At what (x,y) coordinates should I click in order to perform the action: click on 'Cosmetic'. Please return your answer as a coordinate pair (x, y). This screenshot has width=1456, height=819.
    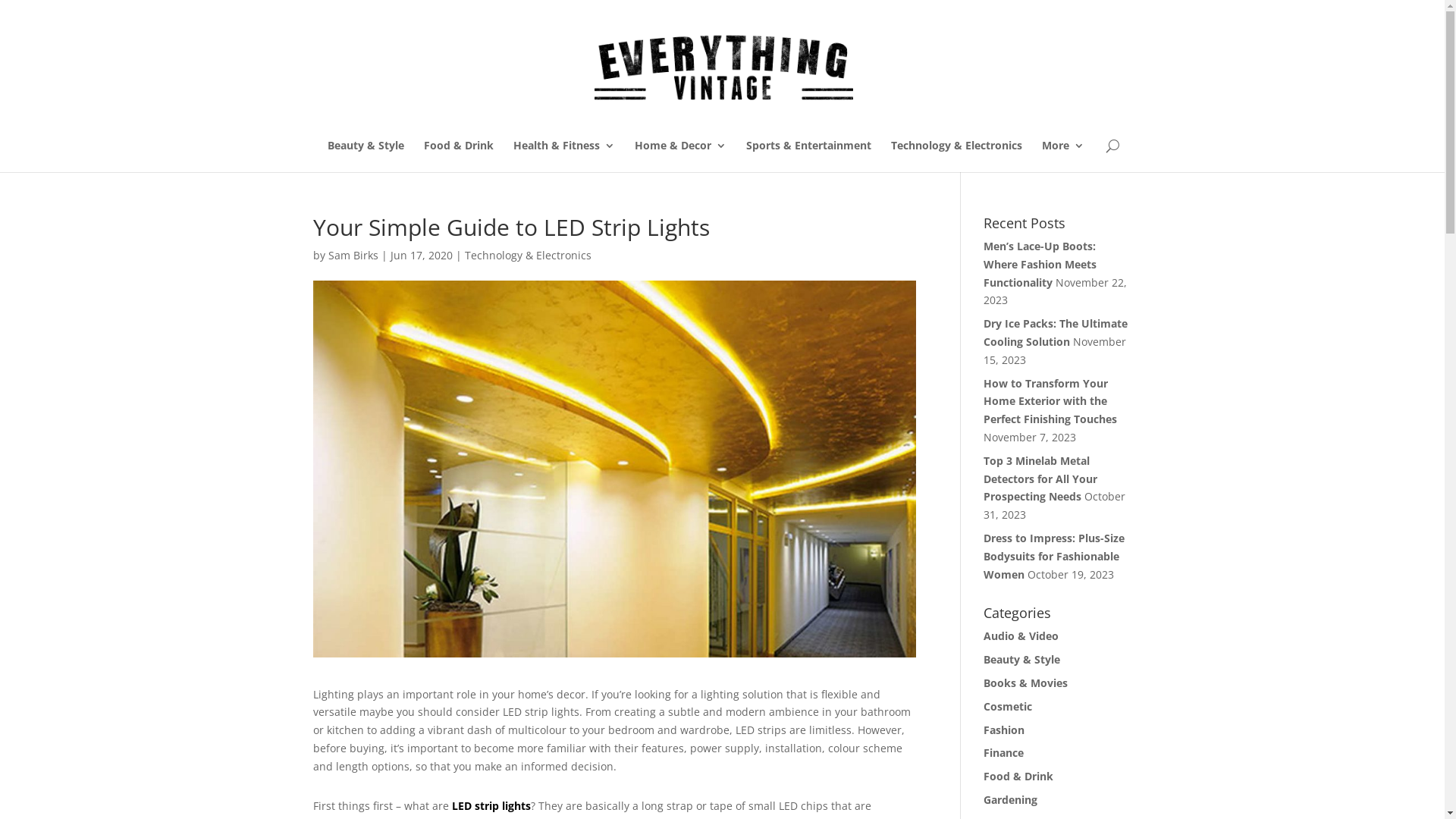
    Looking at the image, I should click on (1008, 706).